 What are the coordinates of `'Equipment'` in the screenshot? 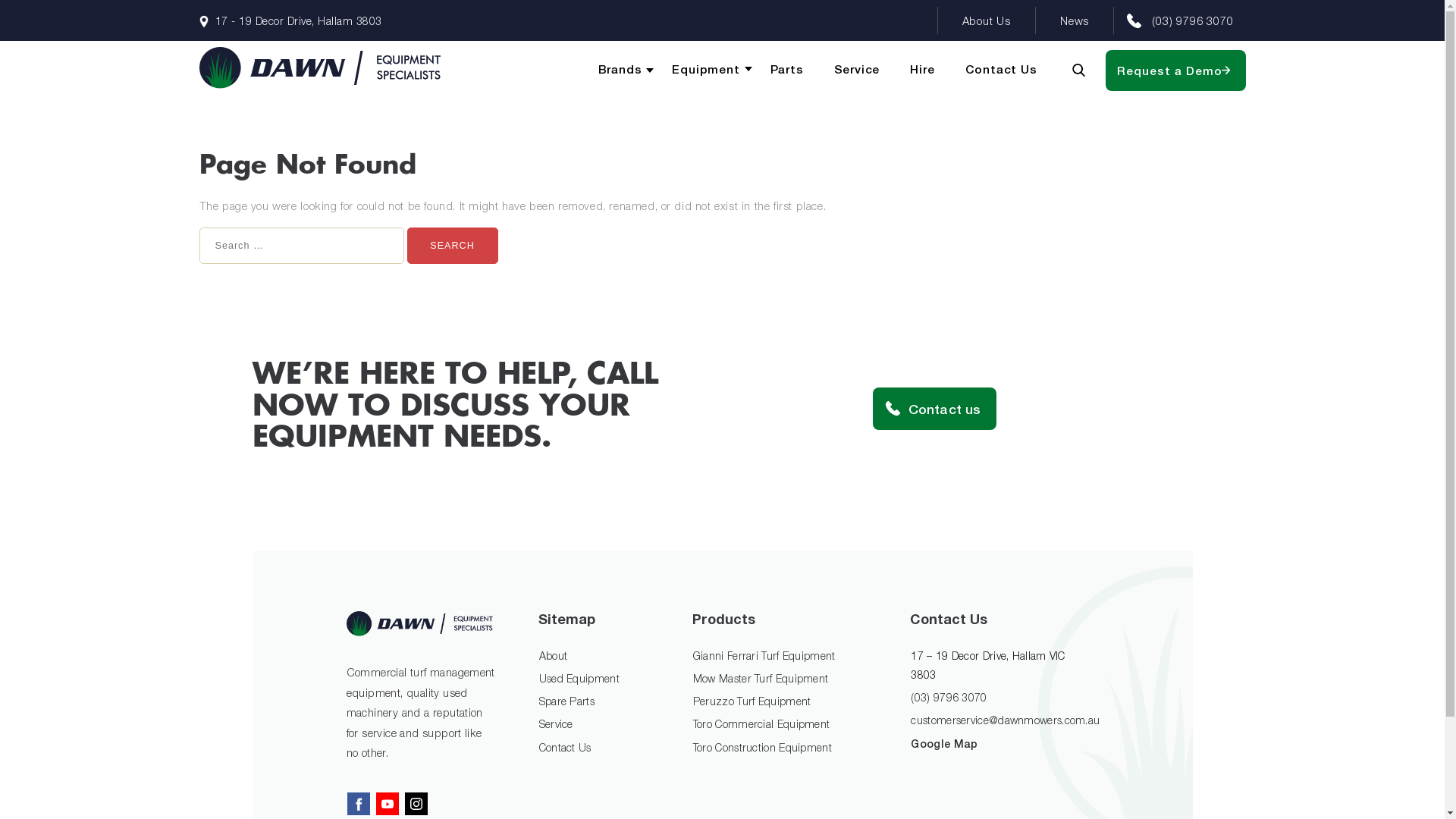 It's located at (704, 70).